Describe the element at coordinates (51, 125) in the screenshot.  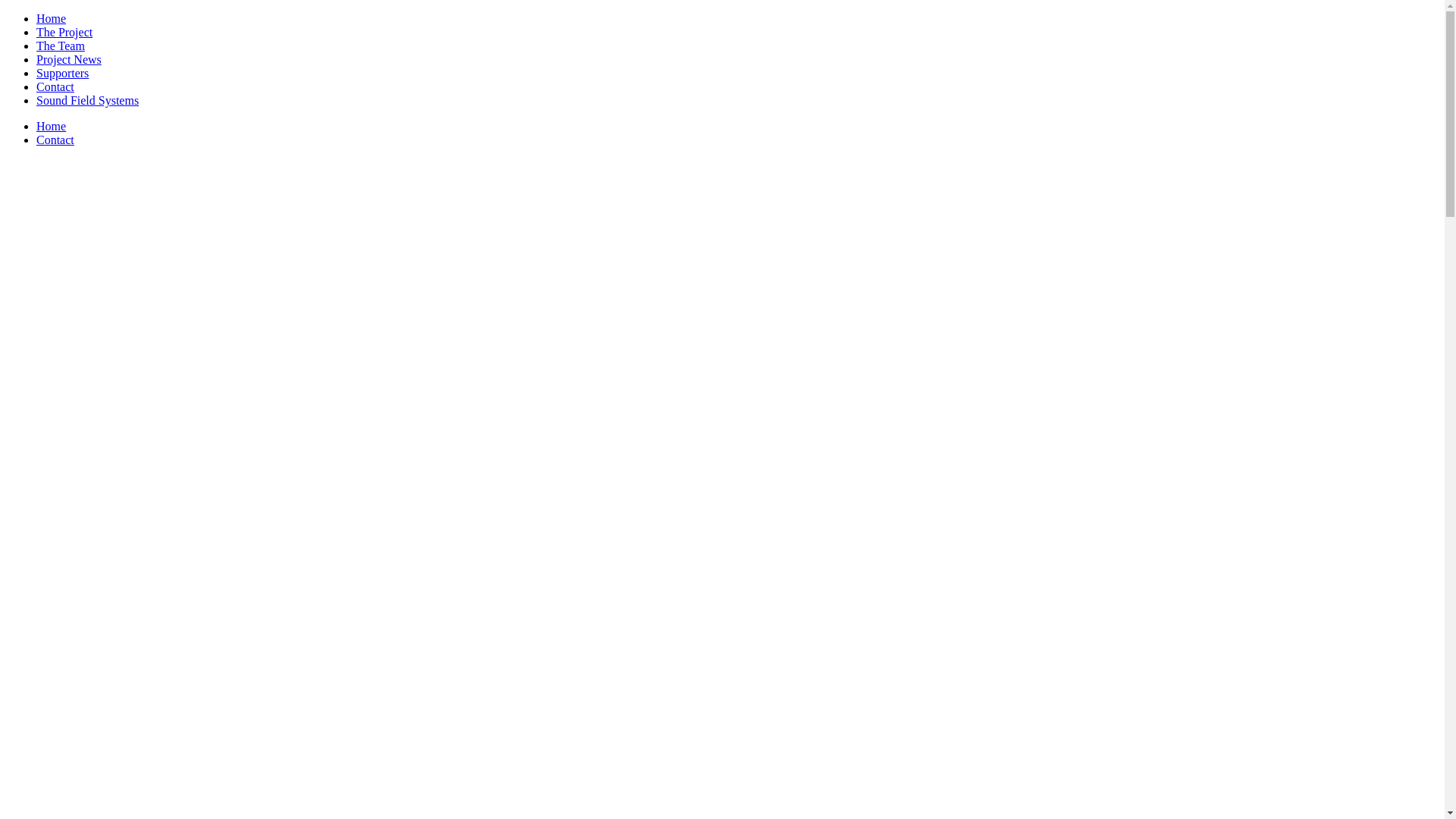
I see `'Home'` at that location.